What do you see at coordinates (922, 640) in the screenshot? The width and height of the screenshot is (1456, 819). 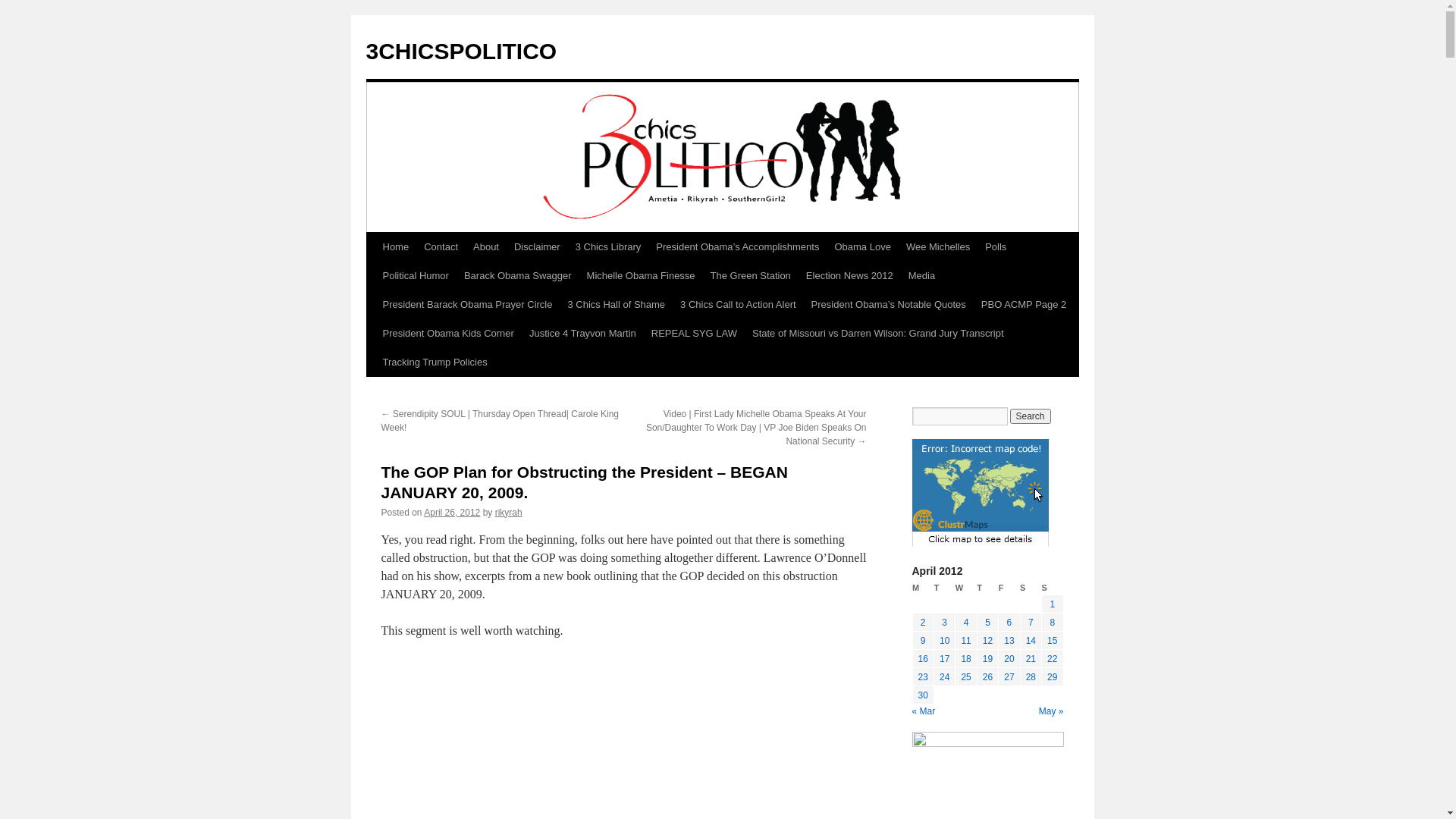 I see `'9'` at bounding box center [922, 640].